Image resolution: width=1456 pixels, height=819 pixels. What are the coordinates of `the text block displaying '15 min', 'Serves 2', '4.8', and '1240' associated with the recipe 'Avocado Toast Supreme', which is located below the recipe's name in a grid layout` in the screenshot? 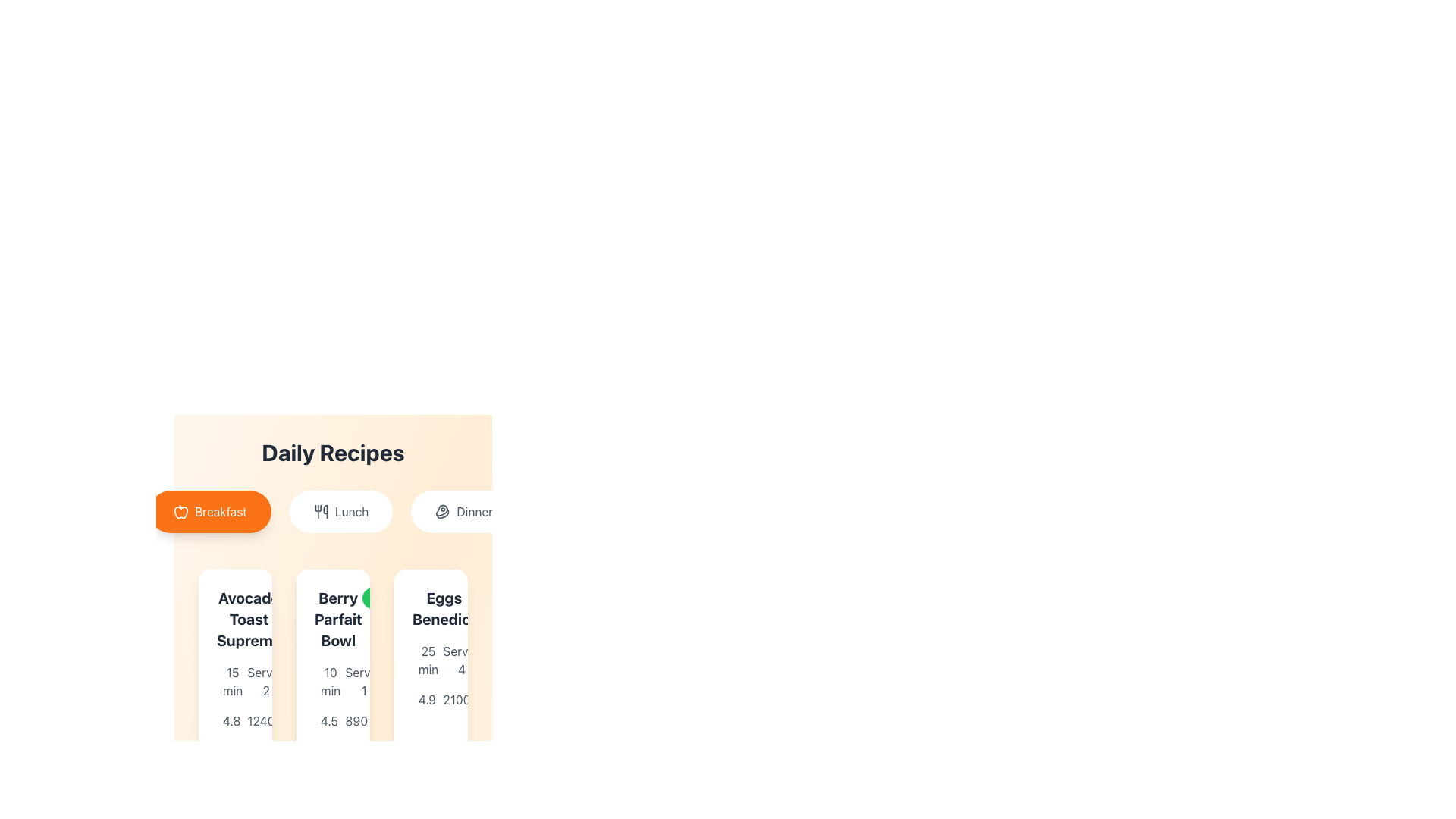 It's located at (234, 696).